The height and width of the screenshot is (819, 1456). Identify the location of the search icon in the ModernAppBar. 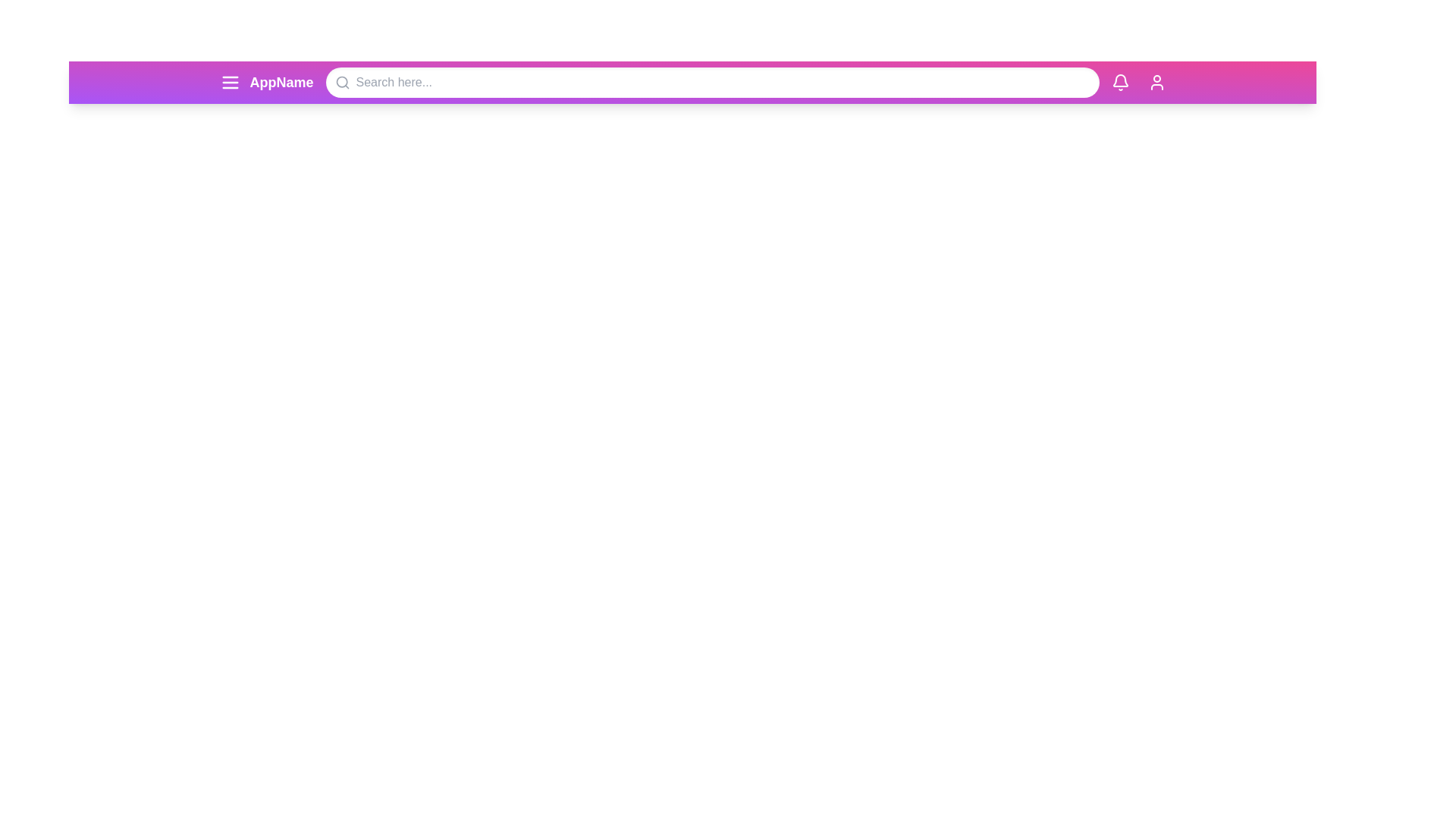
(341, 82).